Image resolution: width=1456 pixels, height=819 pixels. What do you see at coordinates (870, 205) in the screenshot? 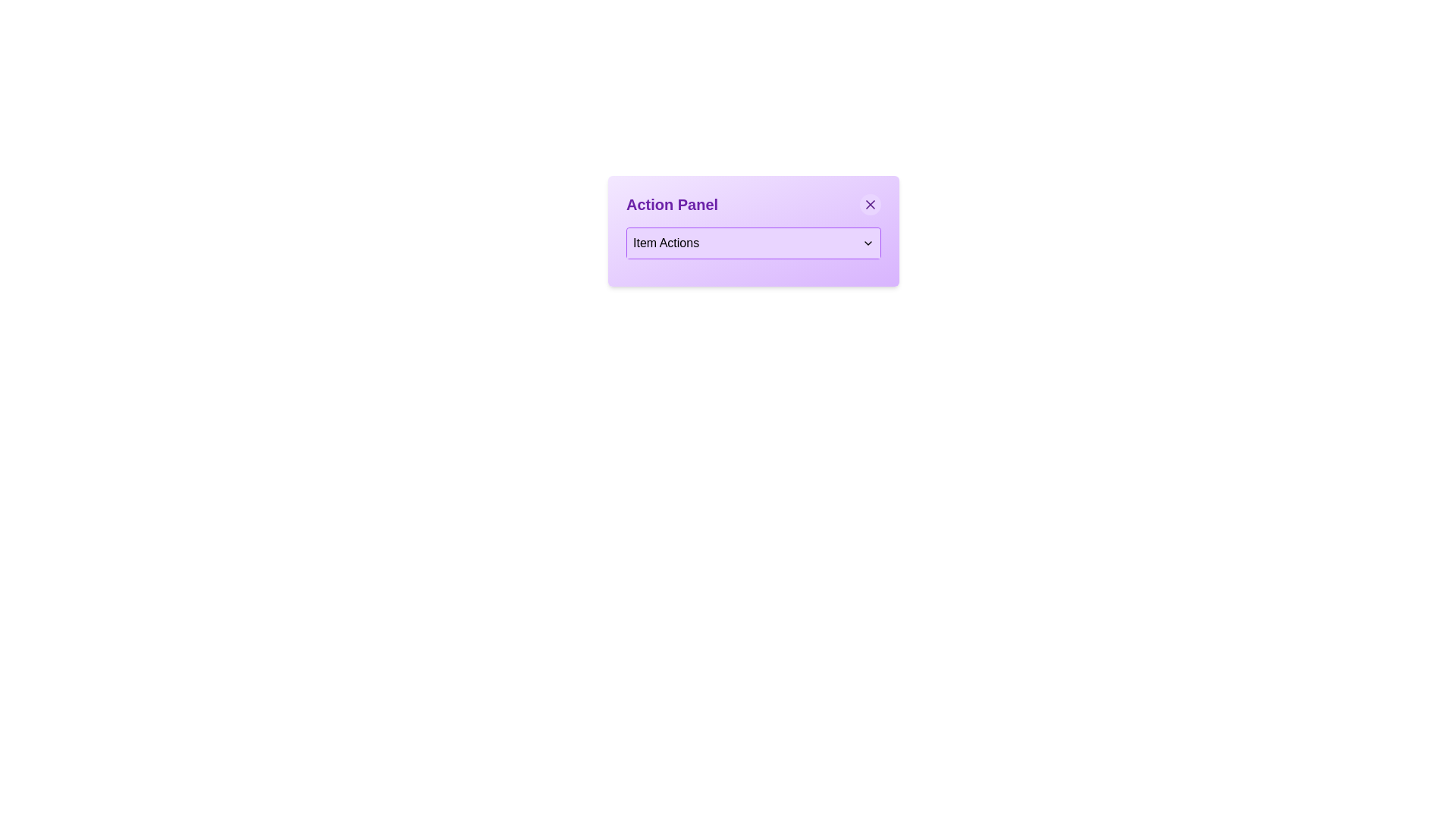
I see `the close button located at the top-right corner of the Action Panel` at bounding box center [870, 205].